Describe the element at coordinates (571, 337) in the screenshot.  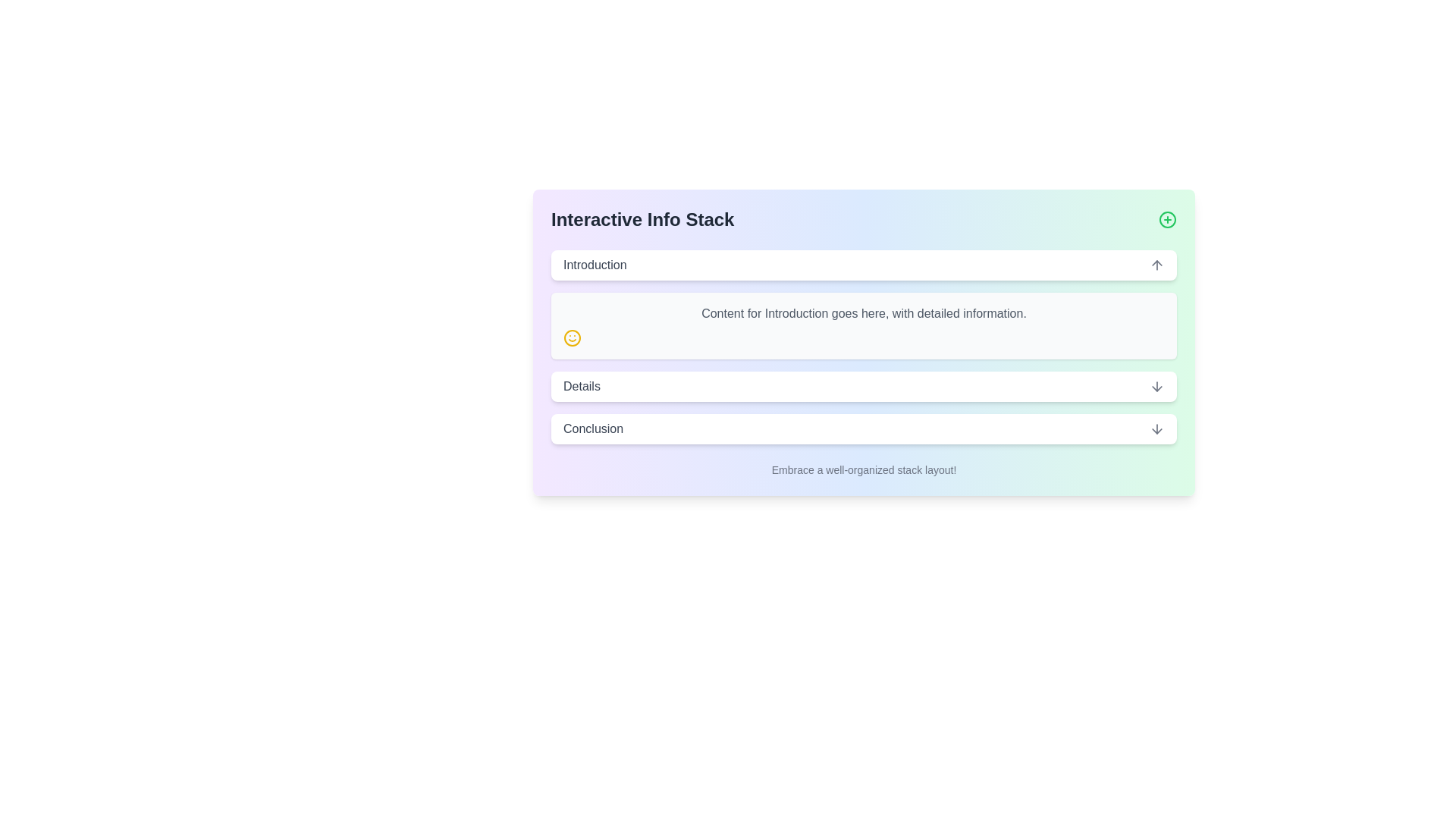
I see `the positivity icon located below the text 'Content for Introduction goes here, with detailed information.'` at that location.